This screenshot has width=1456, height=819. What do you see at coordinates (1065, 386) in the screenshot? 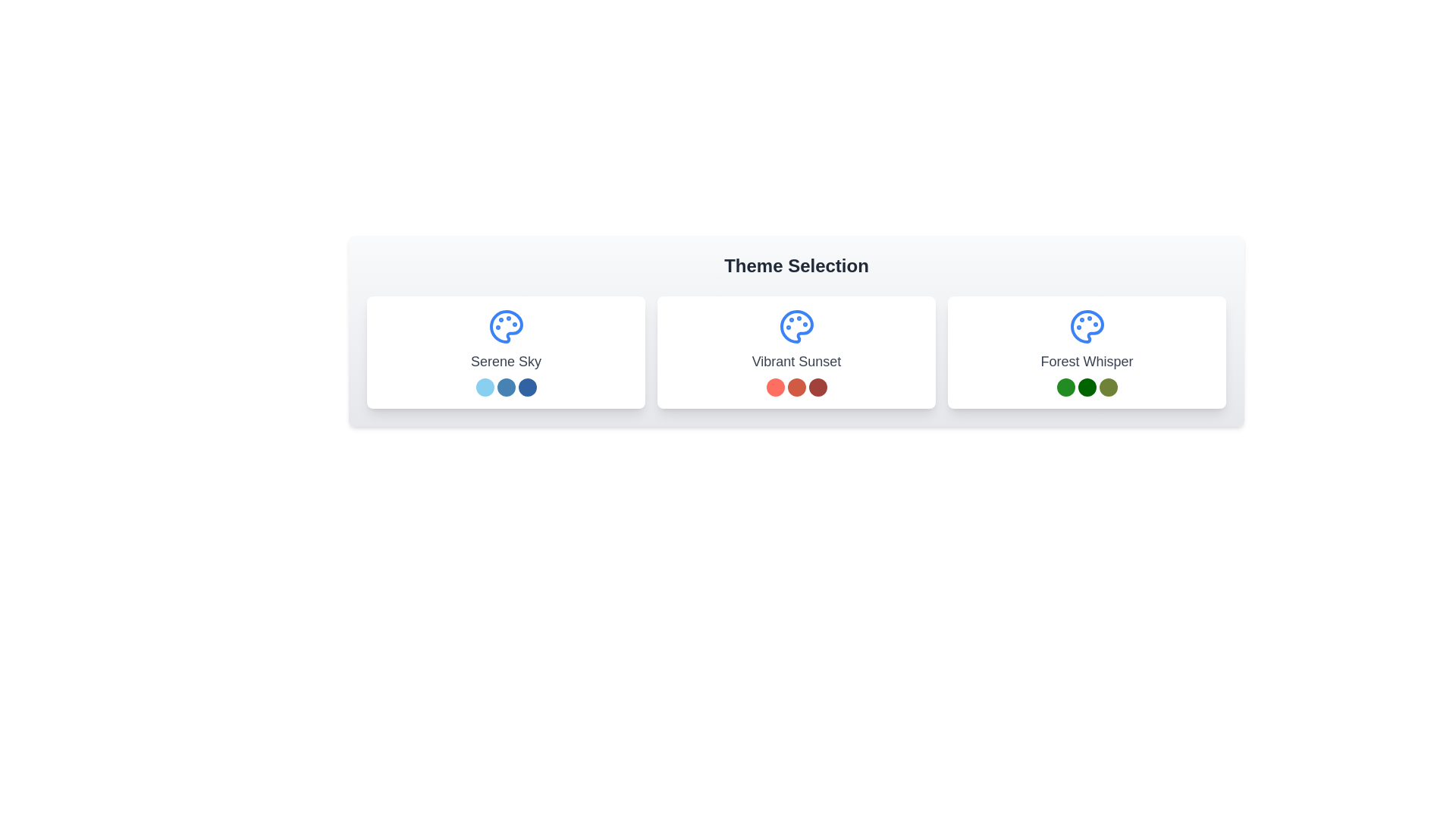
I see `the rounded green circle Color Indicator located below the title 'Forest Whisper' in the third card of the 'Theme Selection' section` at bounding box center [1065, 386].